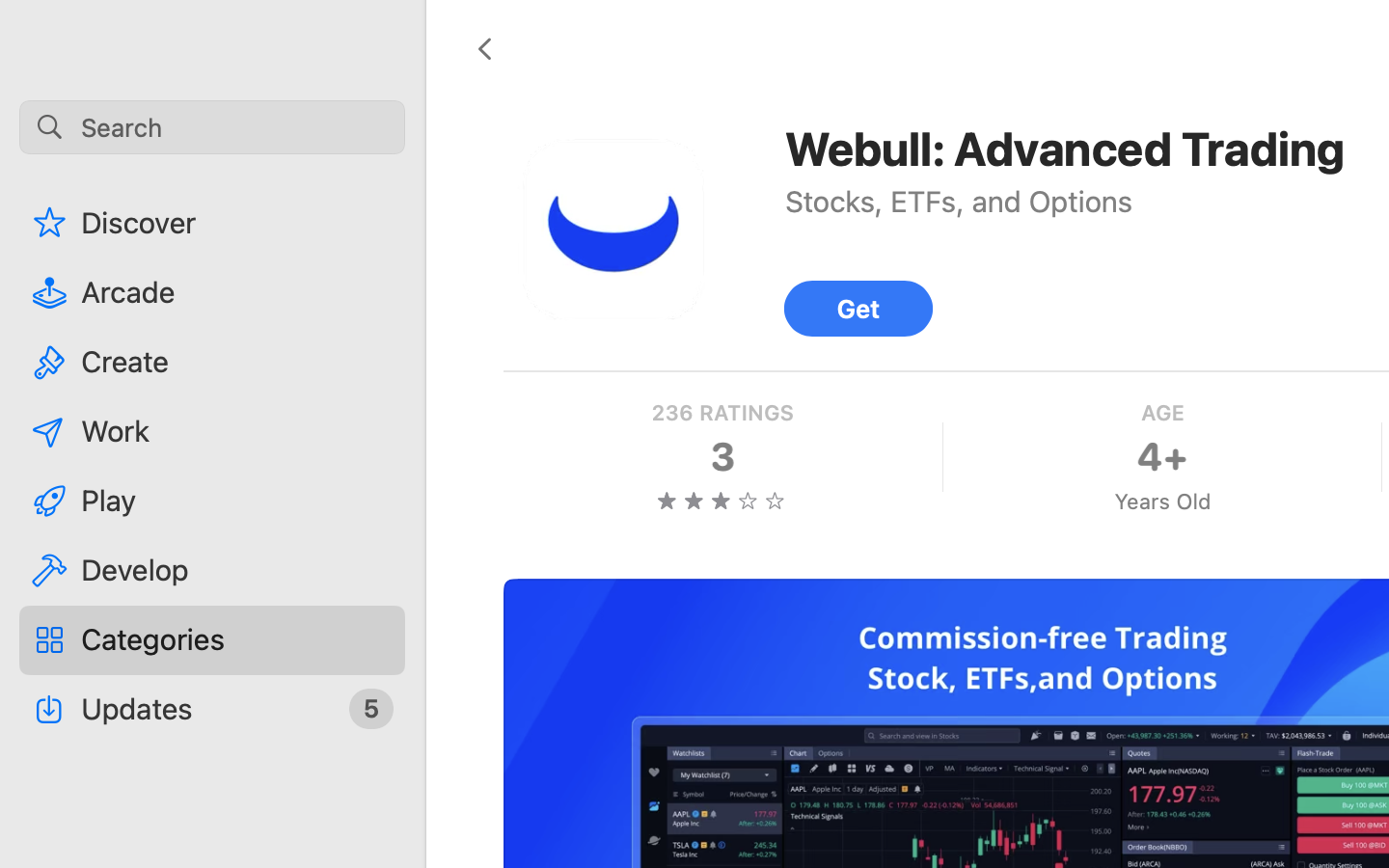  What do you see at coordinates (721, 456) in the screenshot?
I see `'three stars, 236 RATINGS, 3'` at bounding box center [721, 456].